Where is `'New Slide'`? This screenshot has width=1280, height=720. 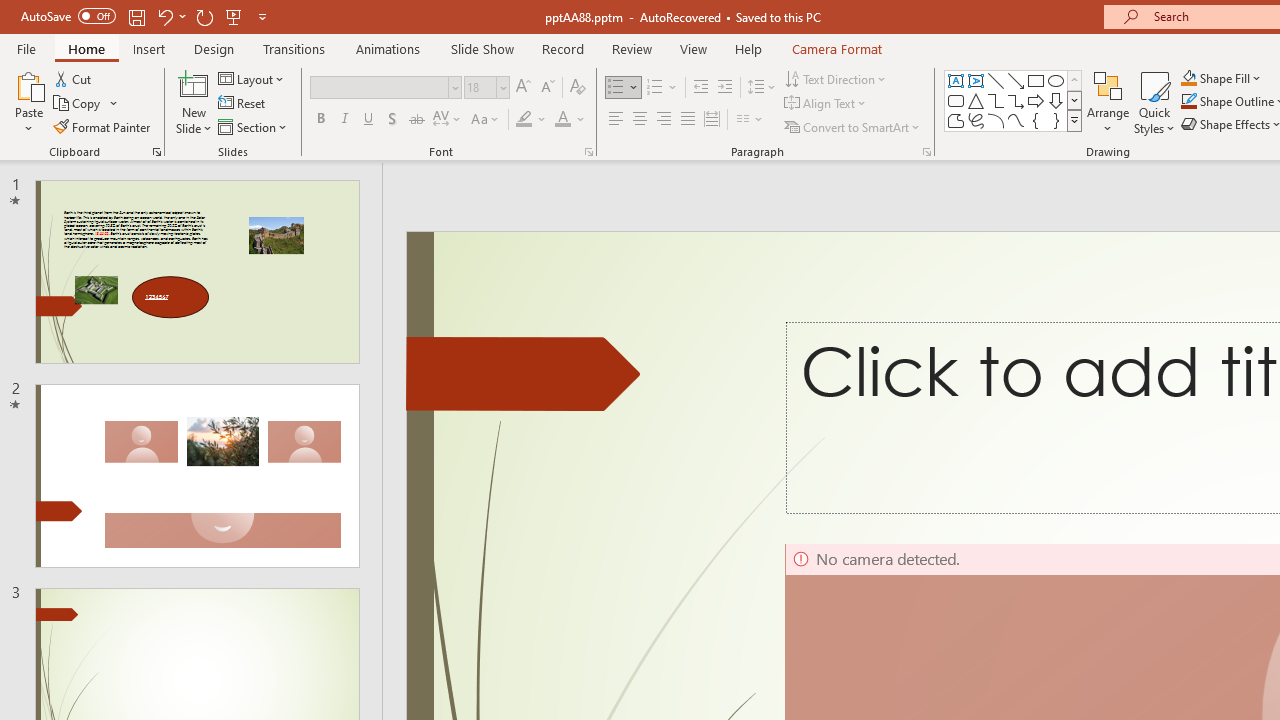 'New Slide' is located at coordinates (193, 84).